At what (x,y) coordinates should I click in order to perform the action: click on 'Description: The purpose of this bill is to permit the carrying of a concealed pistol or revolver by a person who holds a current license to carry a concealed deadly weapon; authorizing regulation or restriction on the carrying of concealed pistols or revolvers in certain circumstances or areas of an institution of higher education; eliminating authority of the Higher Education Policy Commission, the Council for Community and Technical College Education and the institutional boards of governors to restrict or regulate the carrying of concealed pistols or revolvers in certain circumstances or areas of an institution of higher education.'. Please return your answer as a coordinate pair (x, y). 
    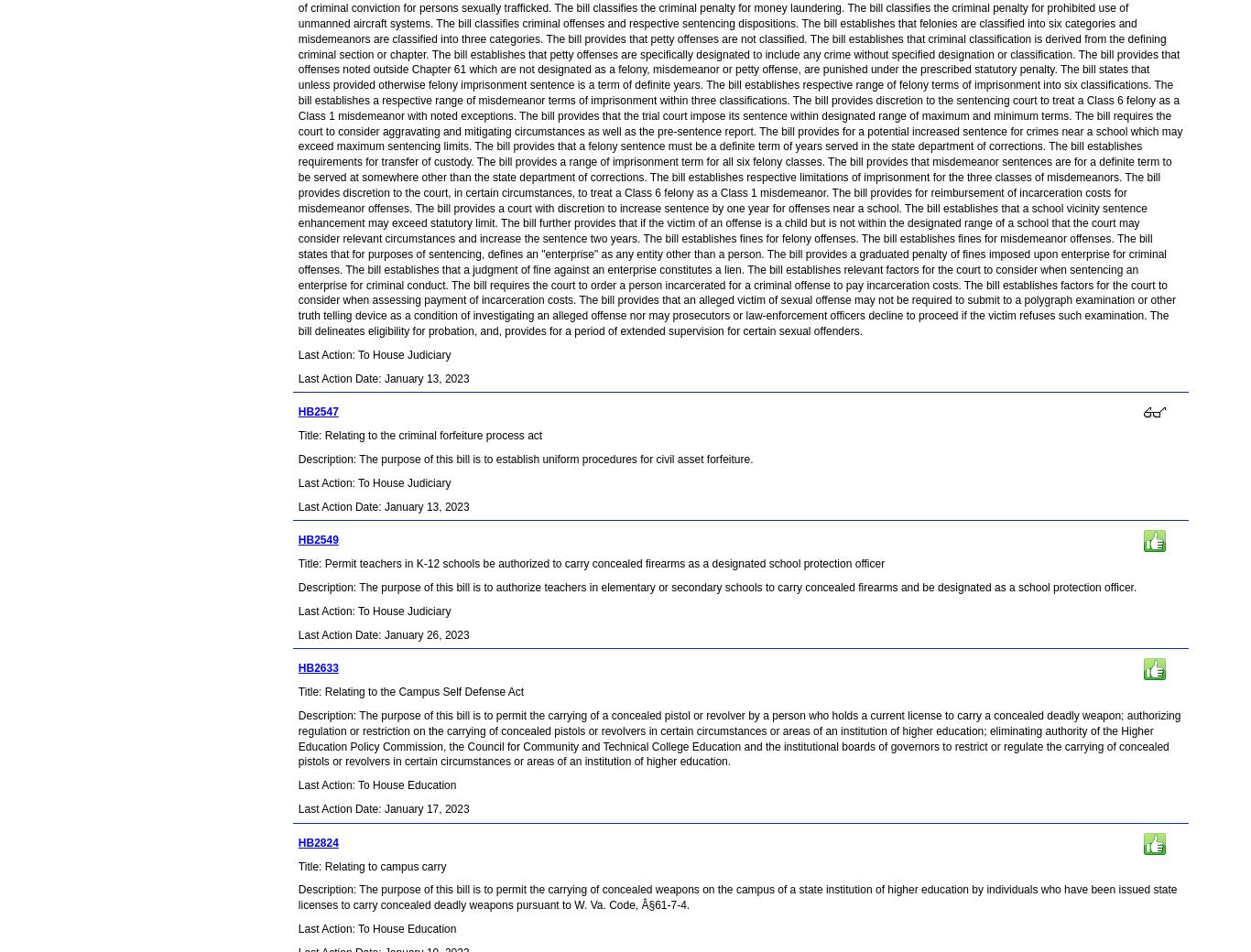
    Looking at the image, I should click on (297, 737).